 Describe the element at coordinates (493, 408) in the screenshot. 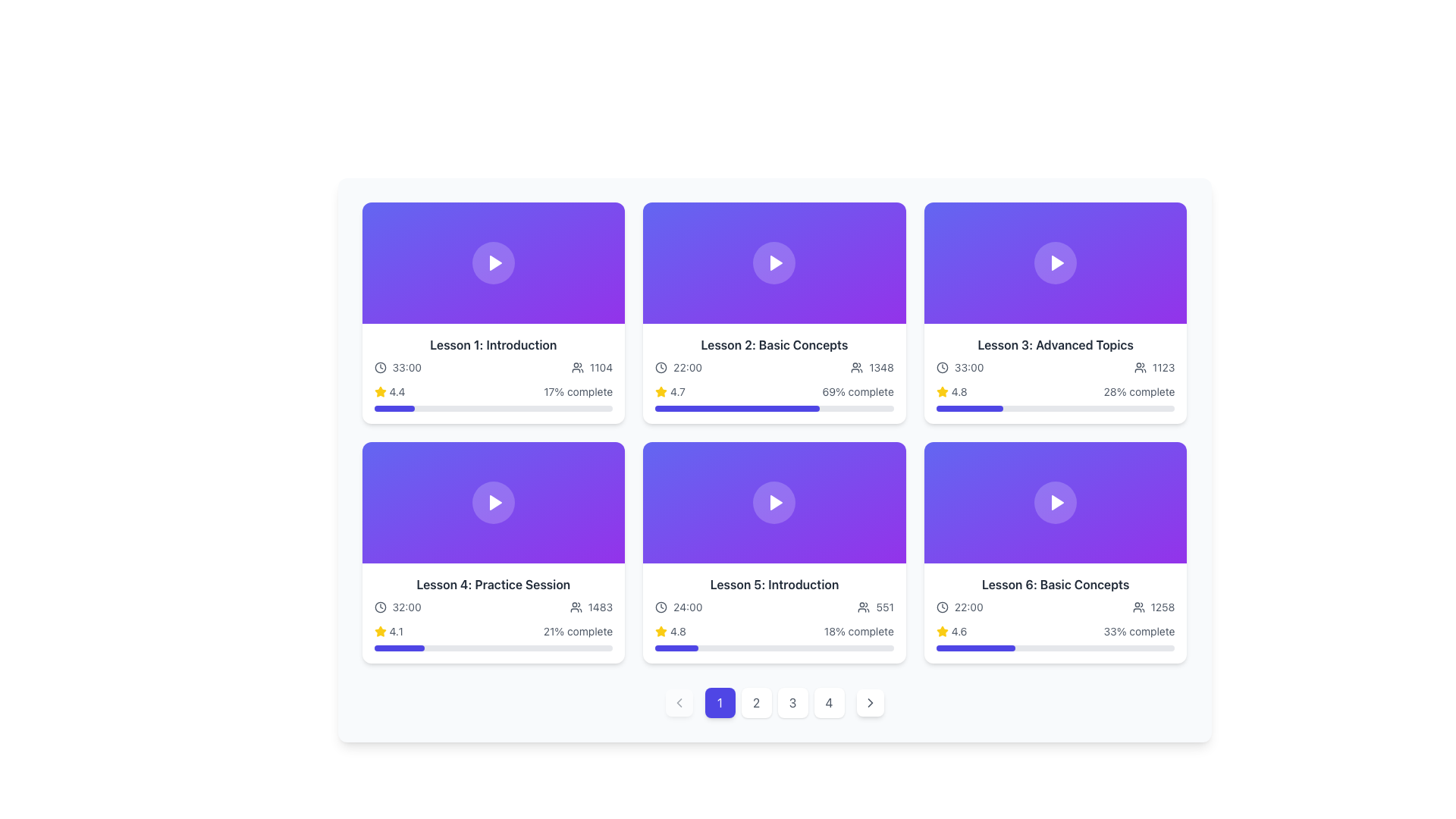

I see `the progress bar indicating 17% completion for 'Lesson 1: Introduction'` at that location.